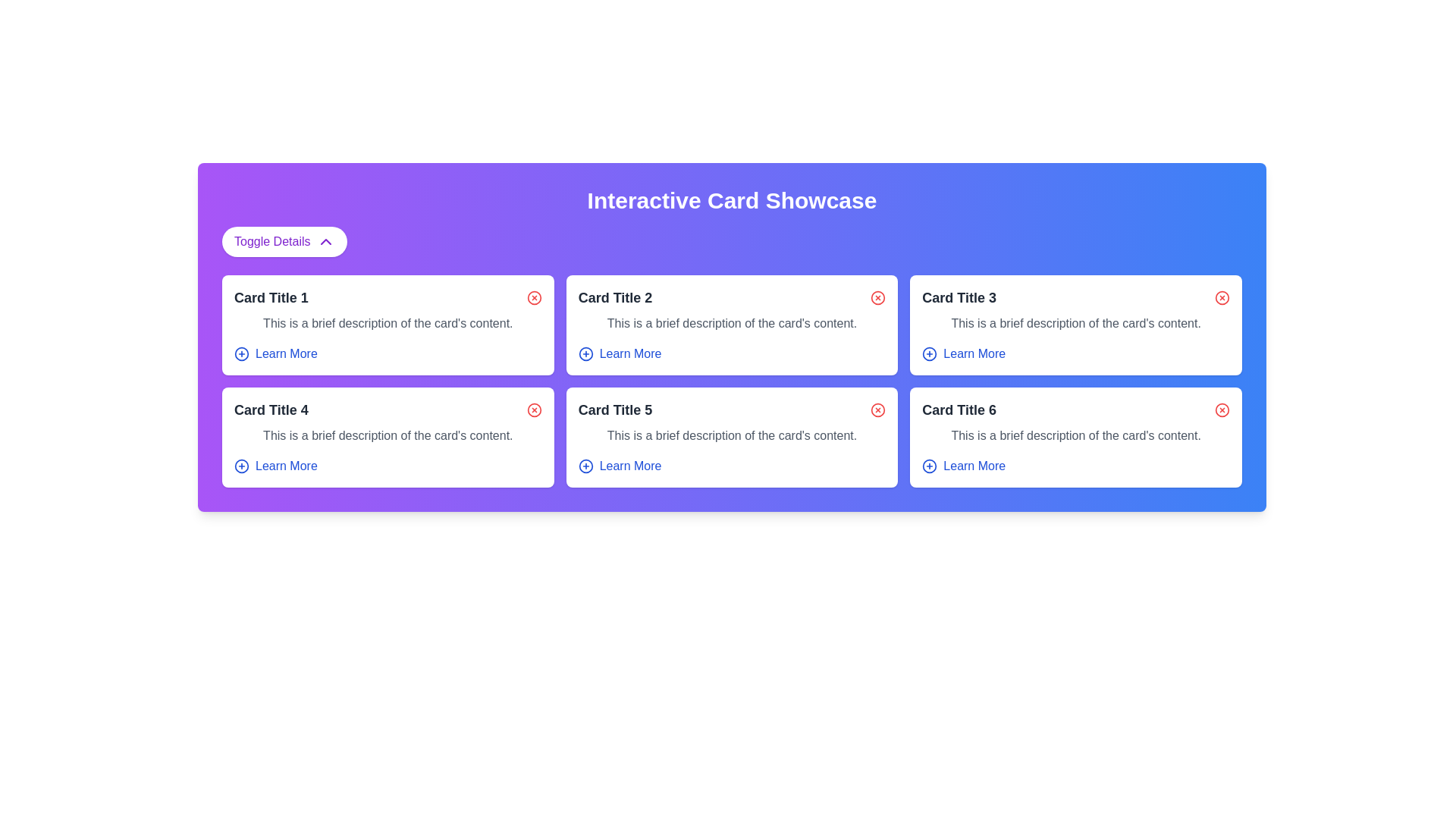  What do you see at coordinates (732, 323) in the screenshot?
I see `the textual content area that provides a concise description of the card, located below 'Card Title 2' and above the 'Learn More' link in the second card of the first row` at bounding box center [732, 323].